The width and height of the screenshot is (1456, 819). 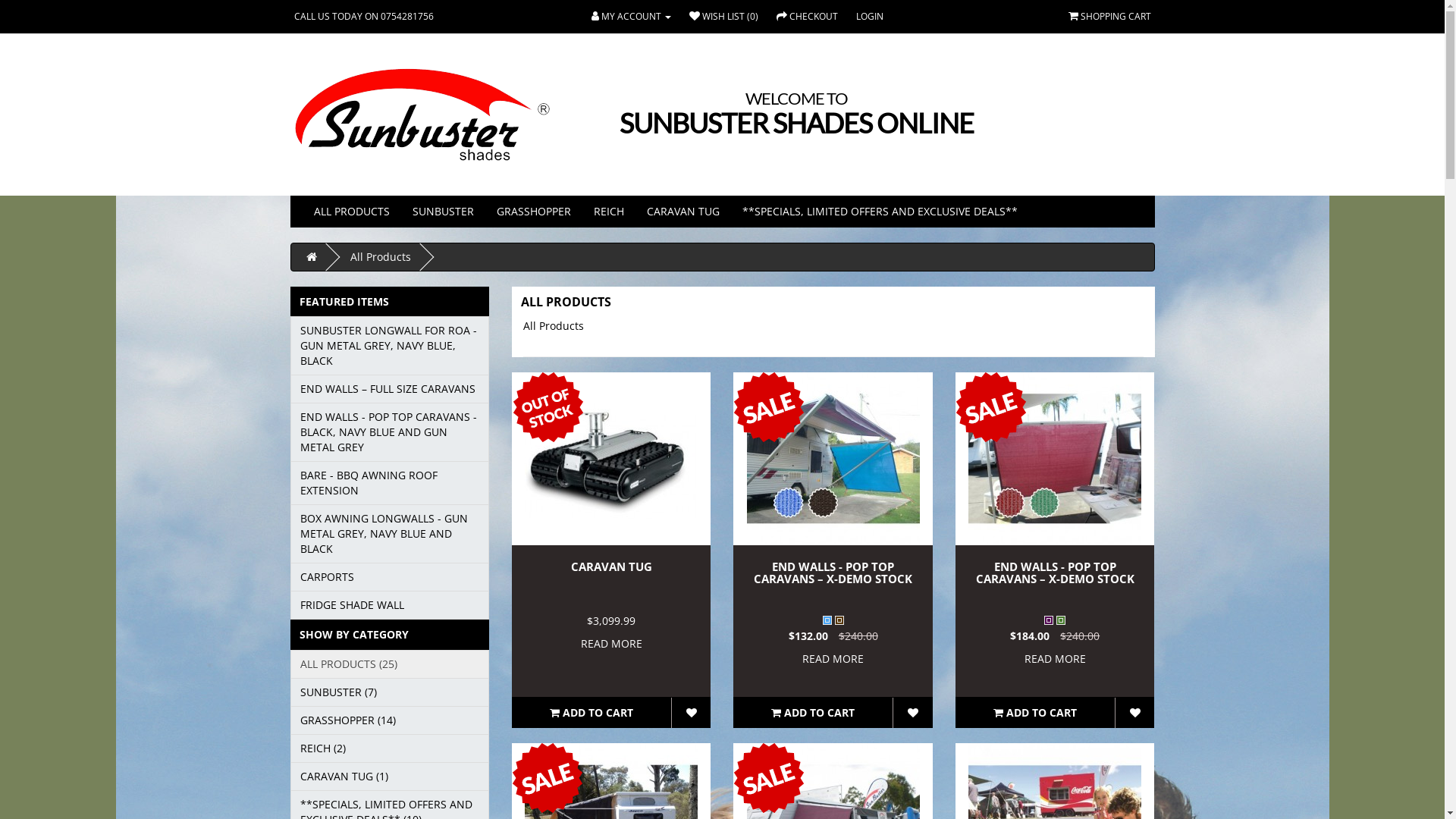 I want to click on 'FRIDGE SHADE WALL', so click(x=389, y=604).